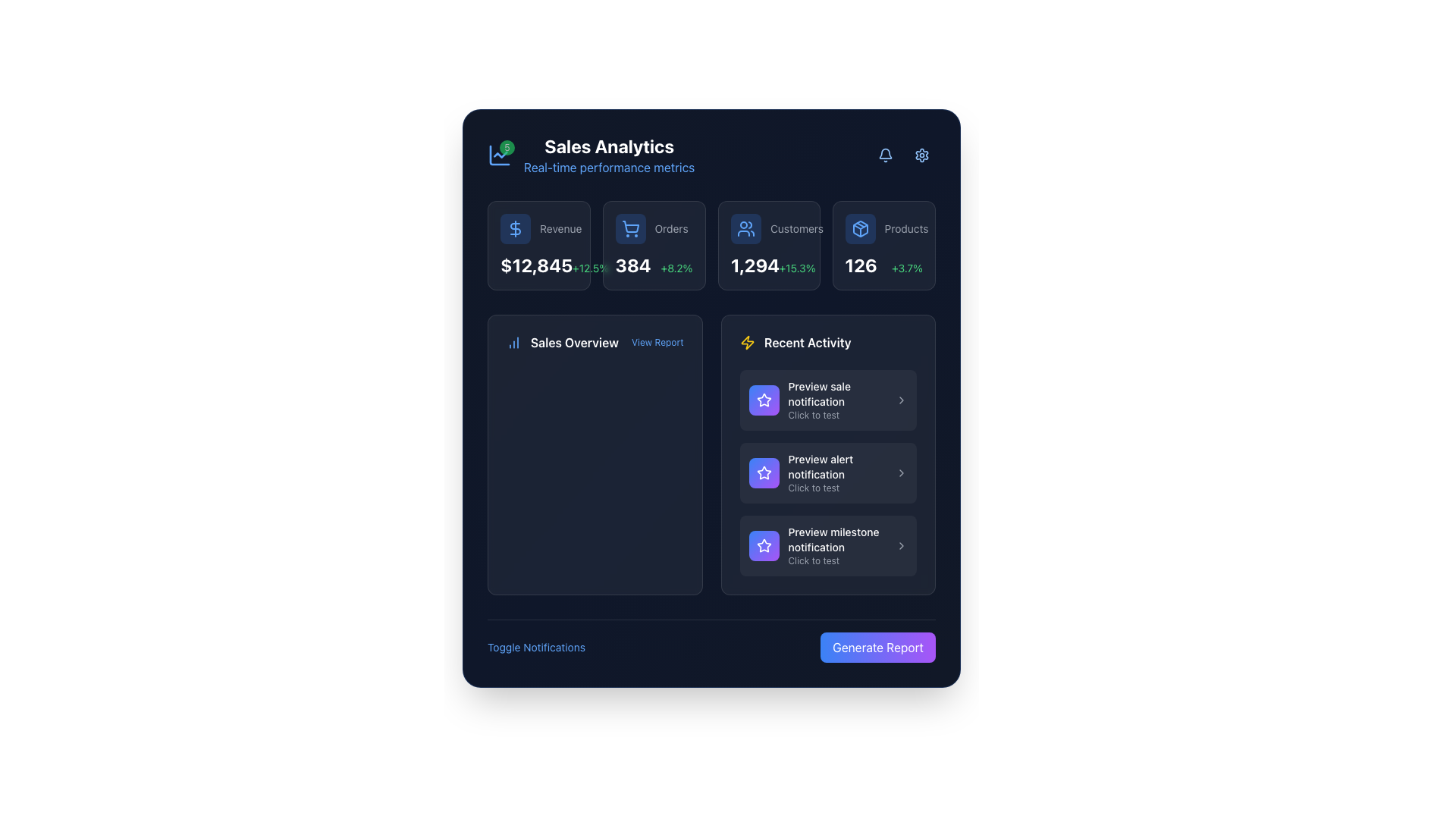 Image resolution: width=1456 pixels, height=819 pixels. What do you see at coordinates (764, 472) in the screenshot?
I see `the decorative icon representing a 'favorite' or noteworthy item located next to the 'Preview sale notification' text in the 'Recent Activity' section` at bounding box center [764, 472].